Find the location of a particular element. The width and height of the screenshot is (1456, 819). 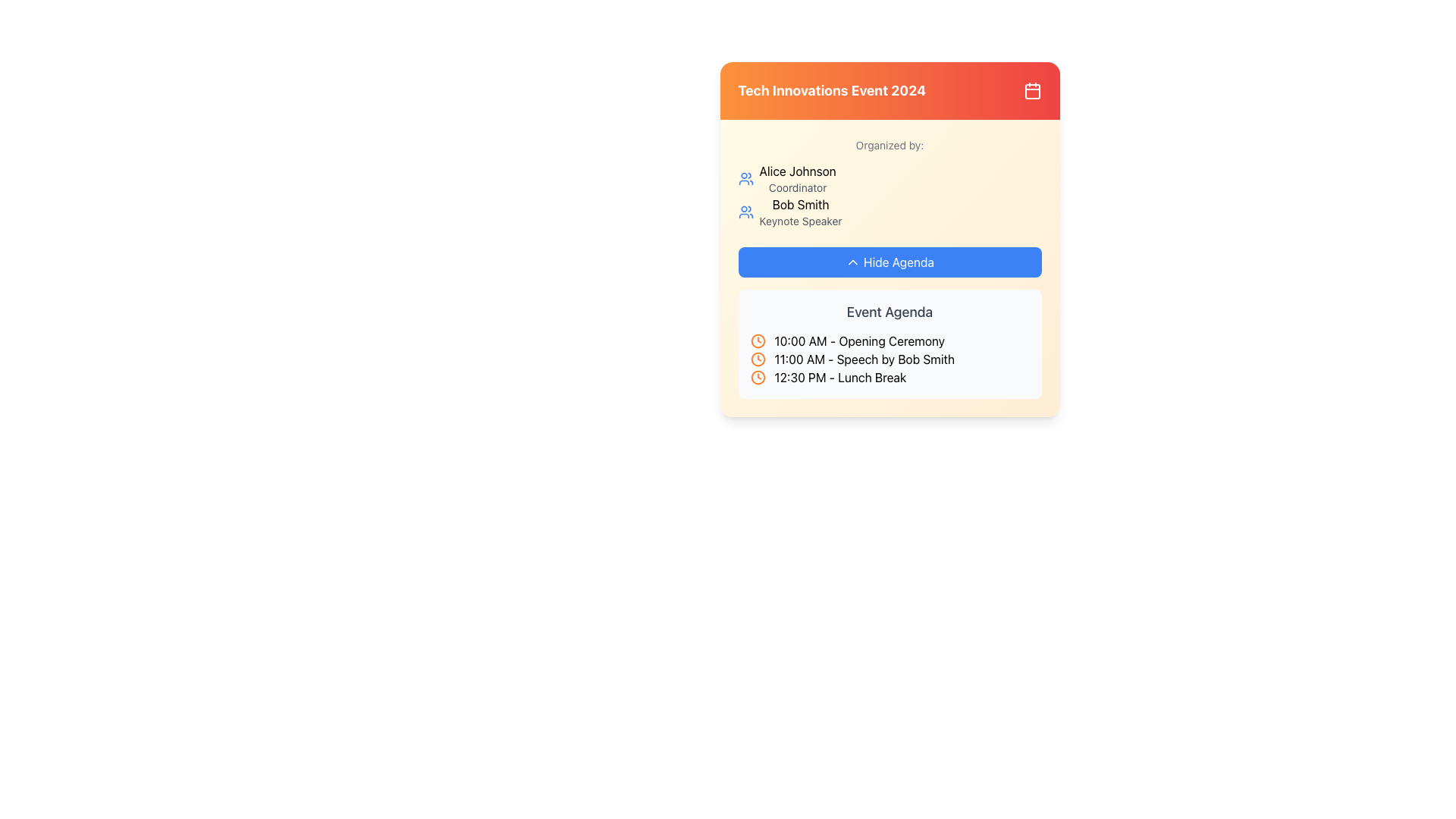

the static text label displaying the role 'Coordinator' associated with 'Alice Johnson' located in the 'Organized by' section of the interface is located at coordinates (797, 187).